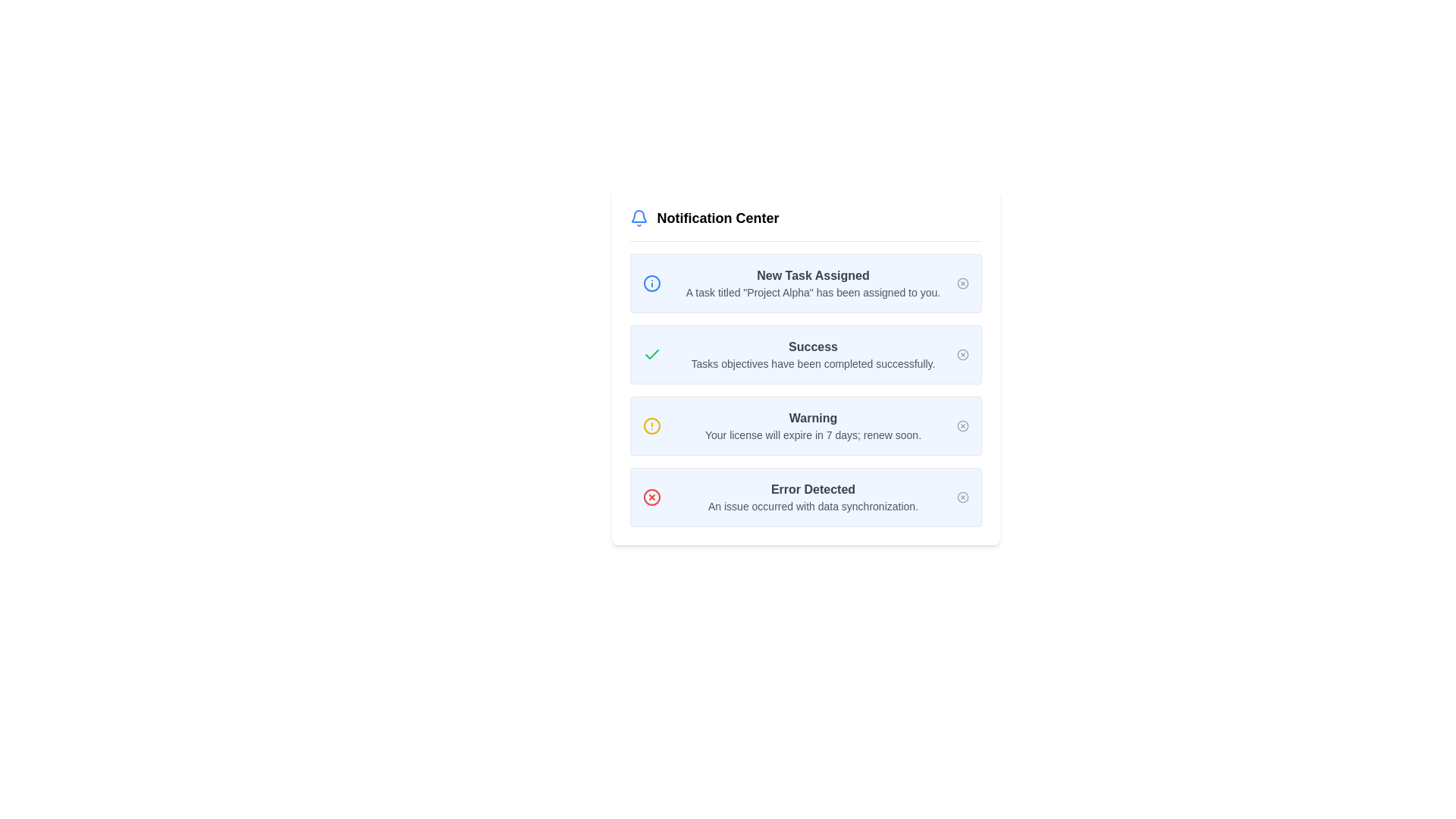 Image resolution: width=1456 pixels, height=819 pixels. What do you see at coordinates (651, 426) in the screenshot?
I see `properties of the SVG Circle Component located in the warning notification row, adjacent to the warning text about license expiration` at bounding box center [651, 426].